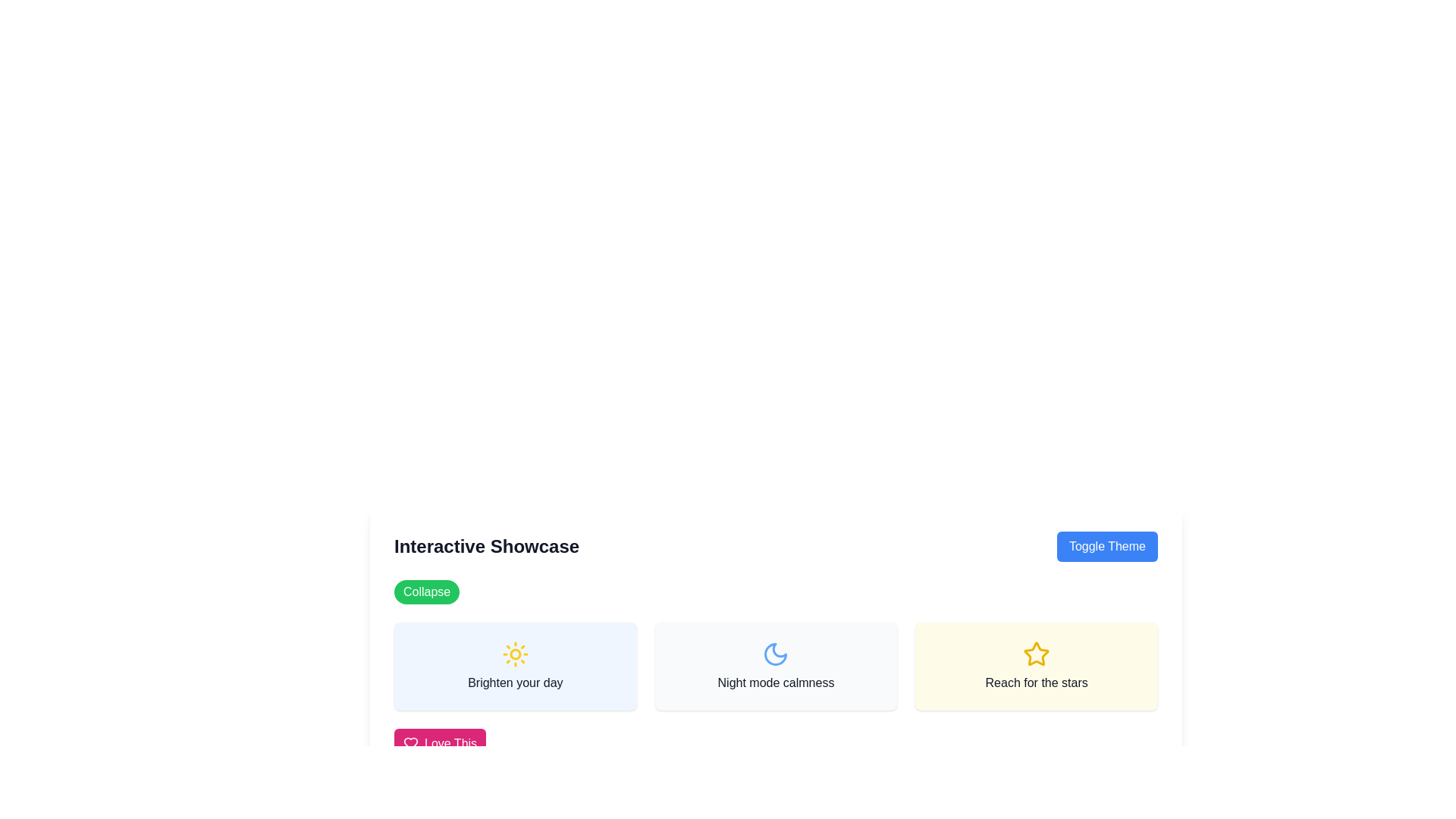 This screenshot has height=819, width=1456. What do you see at coordinates (1036, 666) in the screenshot?
I see `the motivational text label and star icon displayed inside the card, which is the third item in a row of cards in the grid layout` at bounding box center [1036, 666].